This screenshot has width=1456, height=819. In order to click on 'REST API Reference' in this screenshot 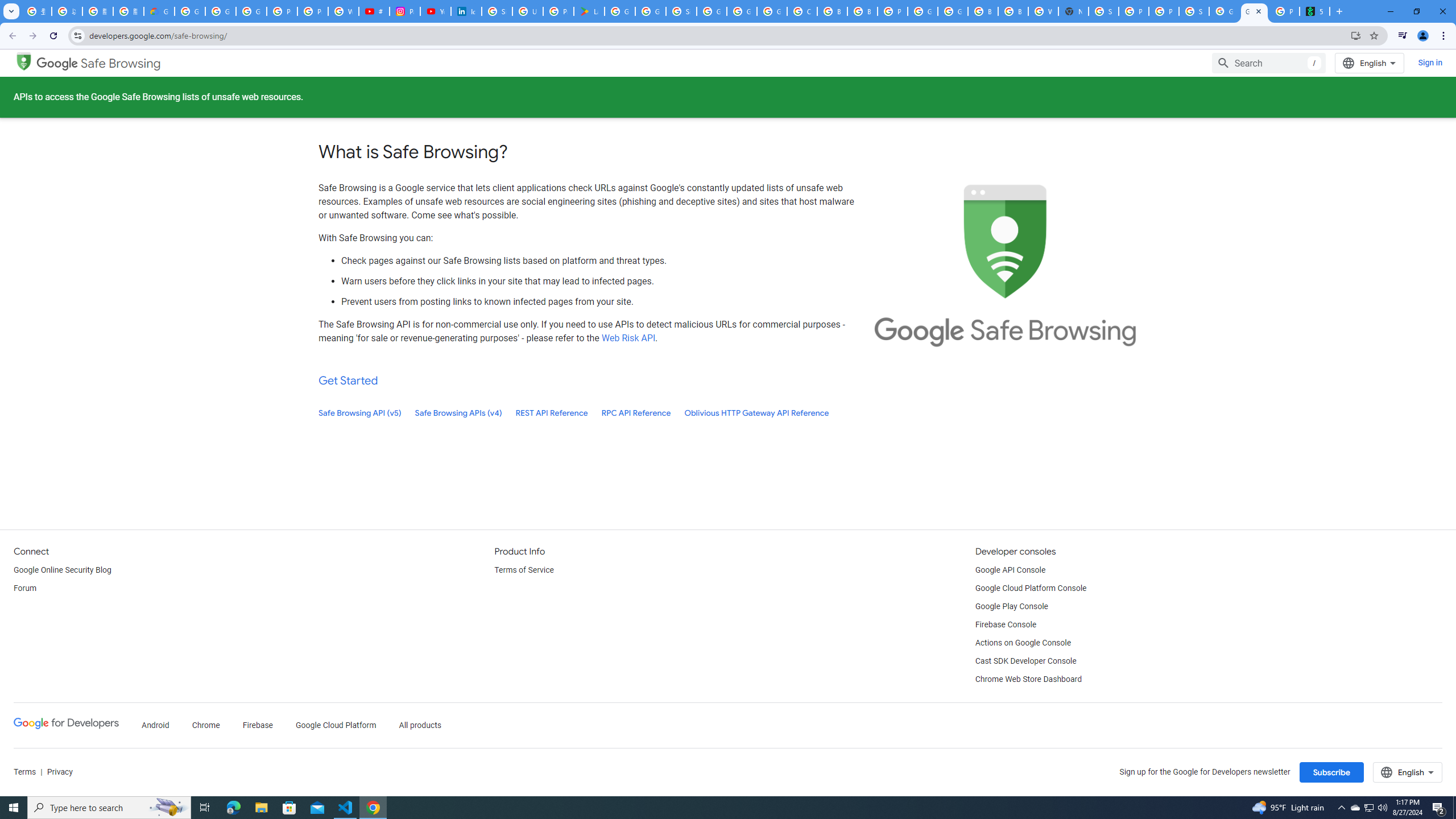, I will do `click(552, 412)`.